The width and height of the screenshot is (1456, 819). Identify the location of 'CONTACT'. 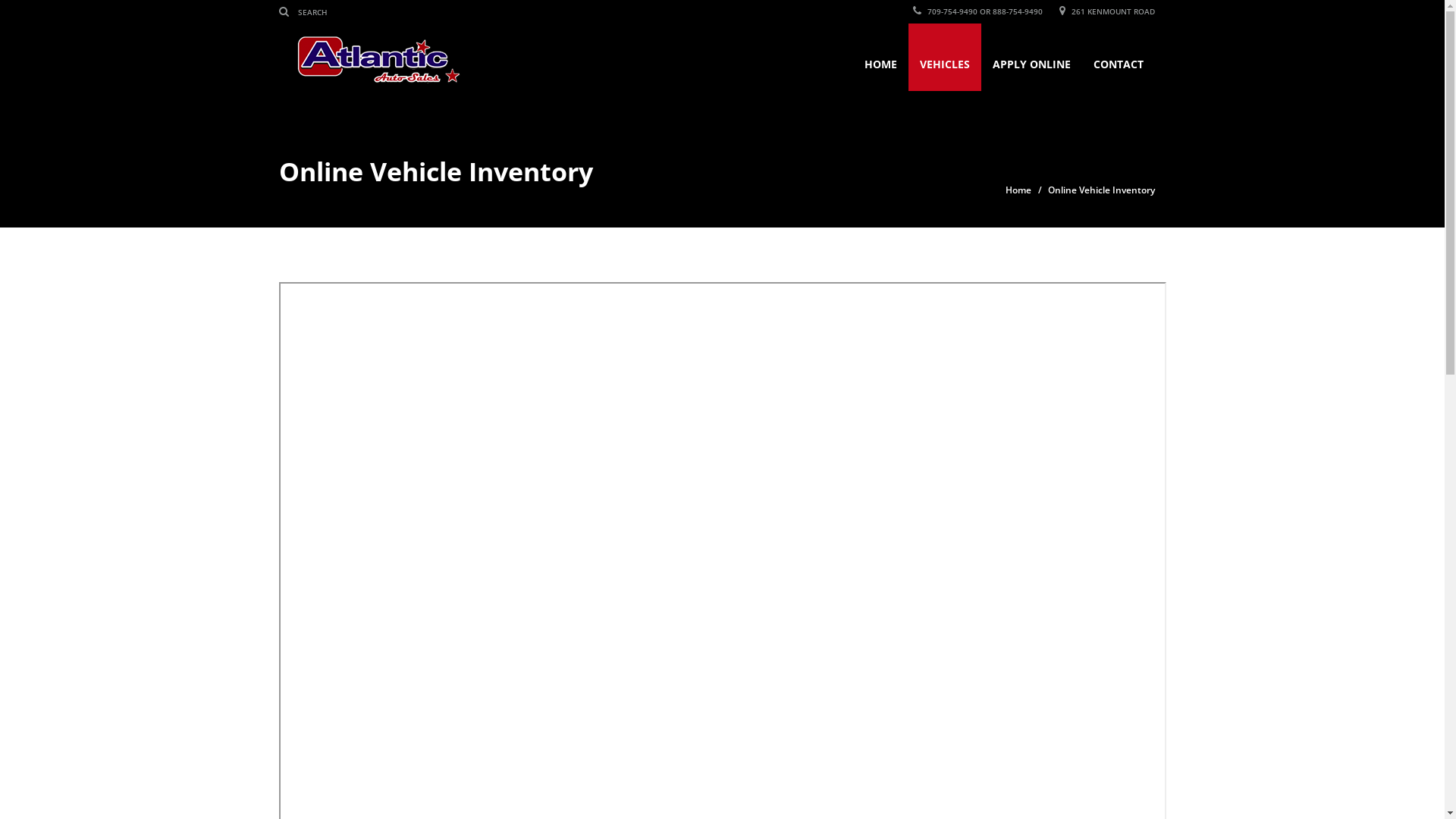
(1117, 56).